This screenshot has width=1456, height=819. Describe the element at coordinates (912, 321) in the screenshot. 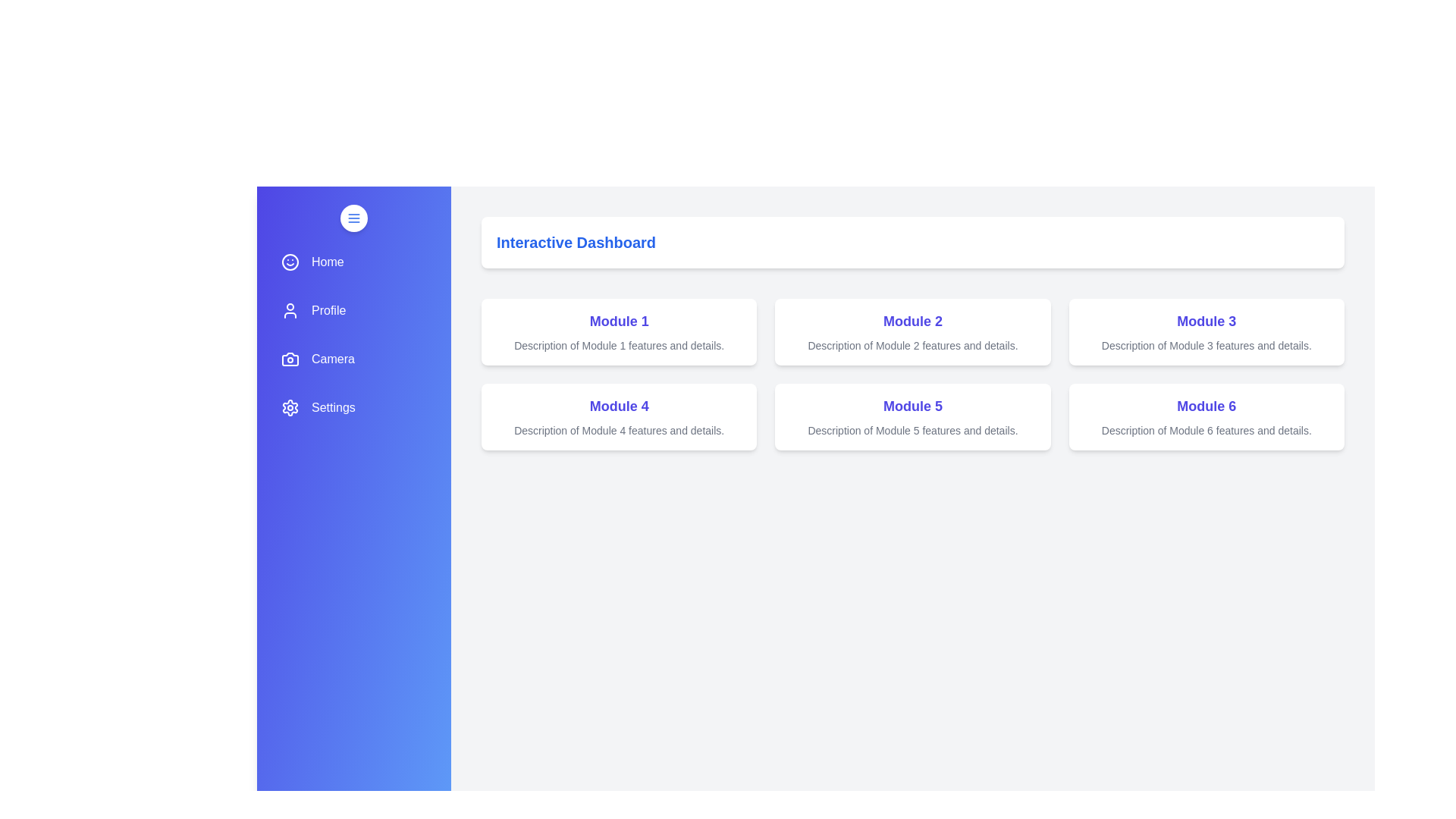

I see `the Text Label displaying 'Module 2', which is styled in a large bold indigo font and is positioned prominently above a description section within a white card layout` at that location.